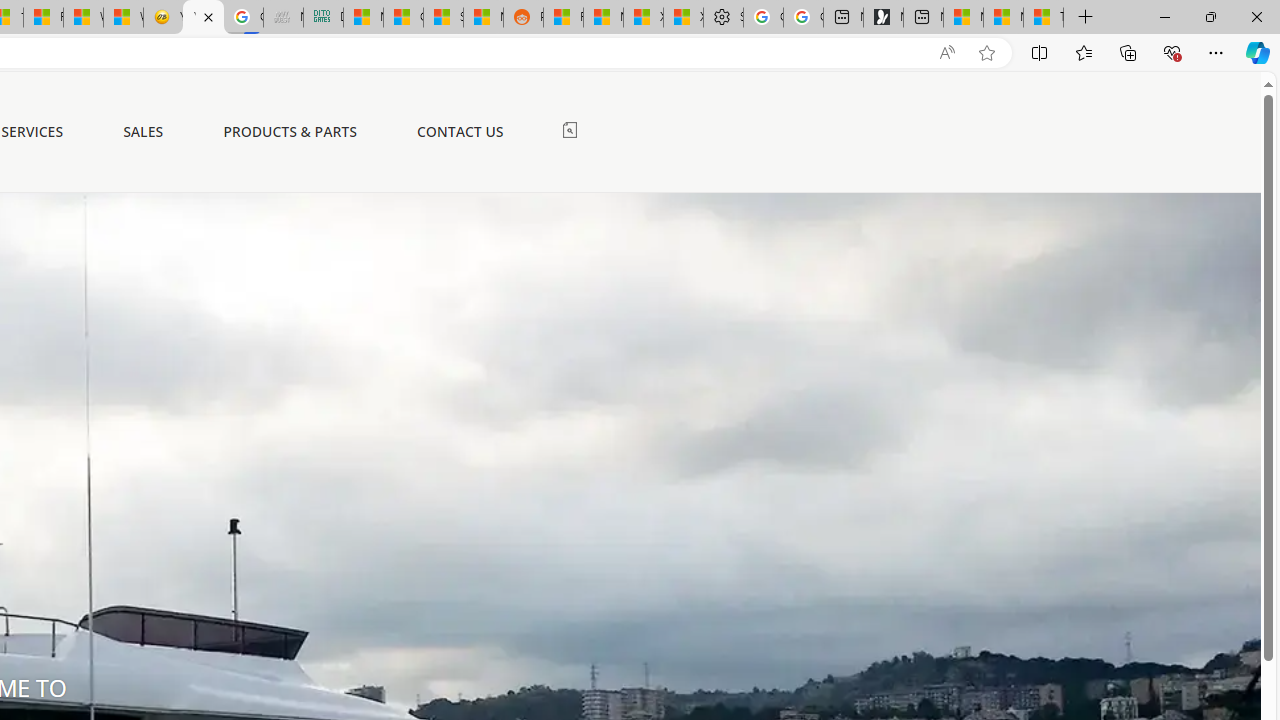  I want to click on 'SALES', so click(143, 131).